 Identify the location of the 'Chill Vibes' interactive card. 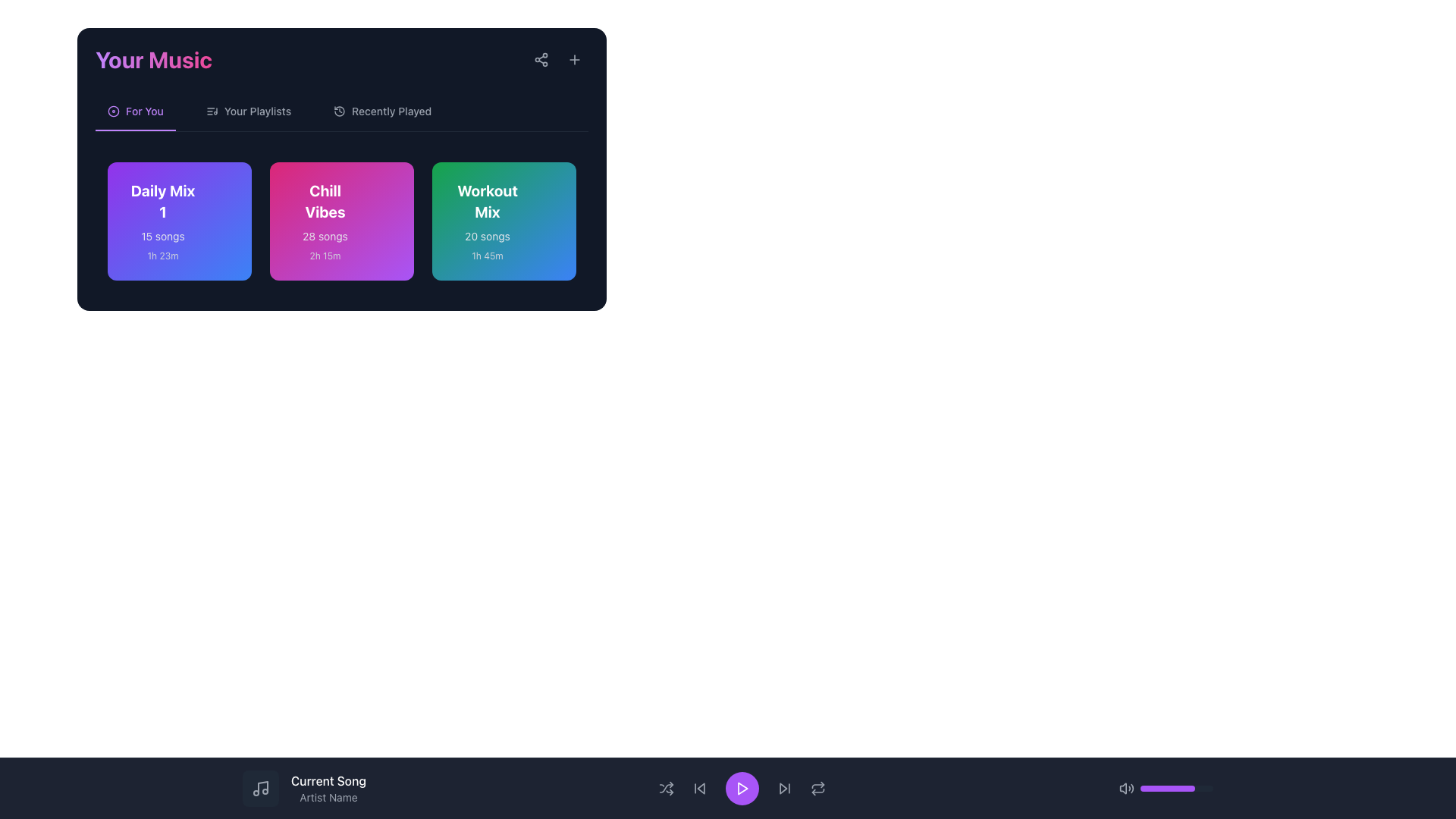
(341, 221).